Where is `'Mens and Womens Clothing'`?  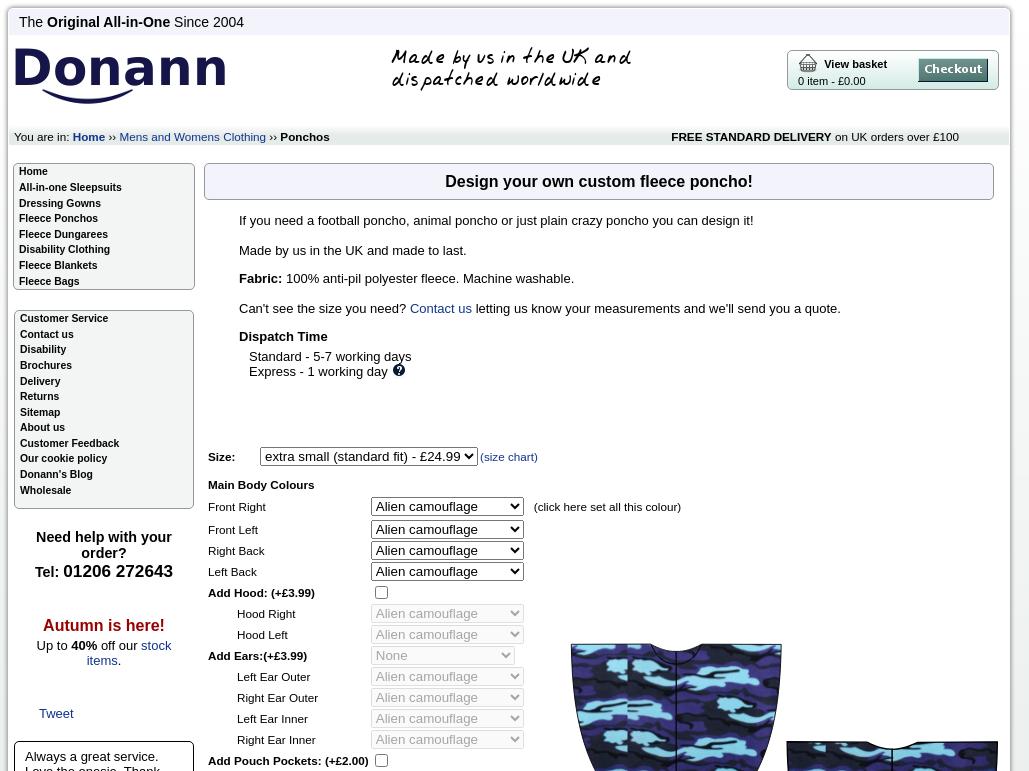
'Mens and Womens Clothing' is located at coordinates (192, 136).